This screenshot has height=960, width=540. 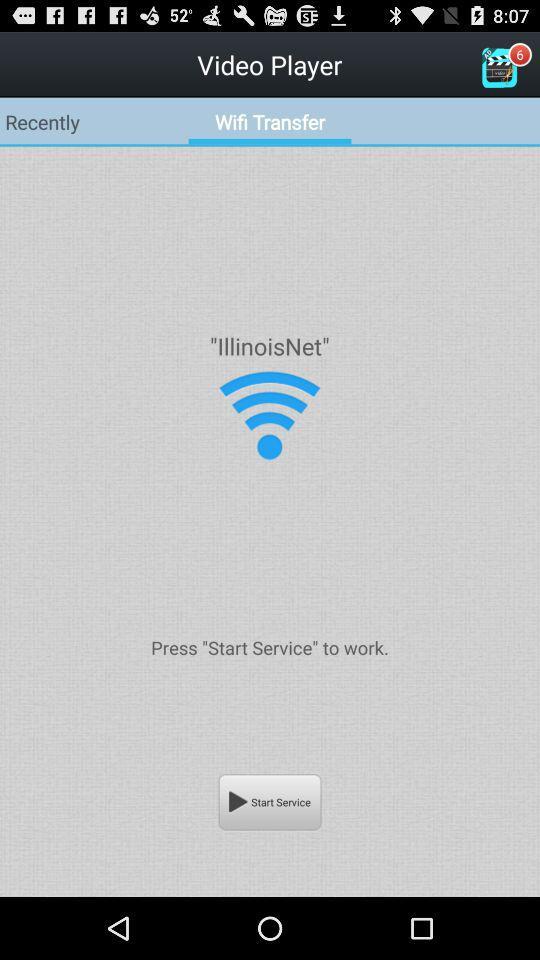 I want to click on the network_wifi icon, so click(x=269, y=445).